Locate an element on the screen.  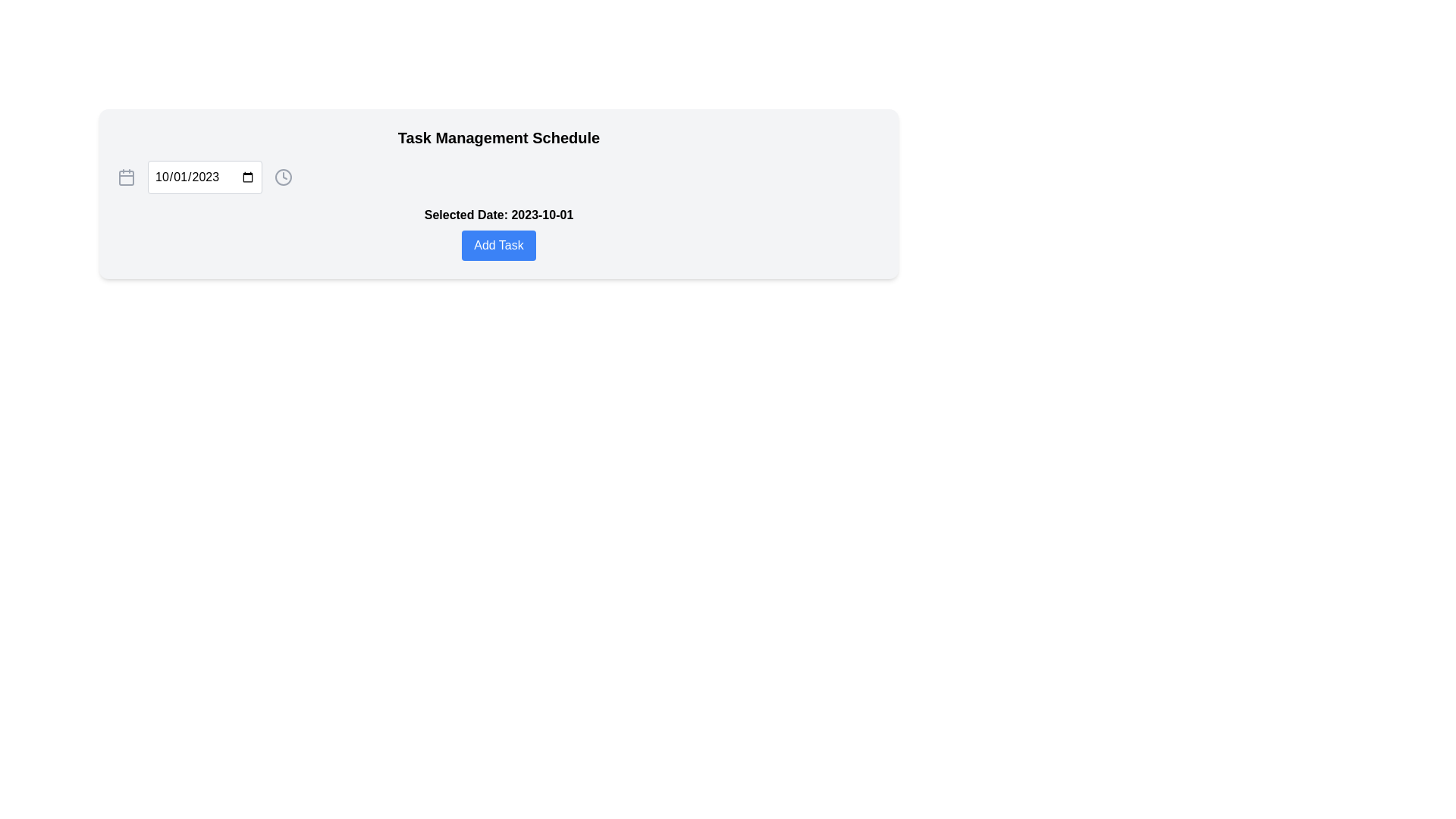
the Static Text Element that serves as the title of the Task Management Schedule section is located at coordinates (498, 137).